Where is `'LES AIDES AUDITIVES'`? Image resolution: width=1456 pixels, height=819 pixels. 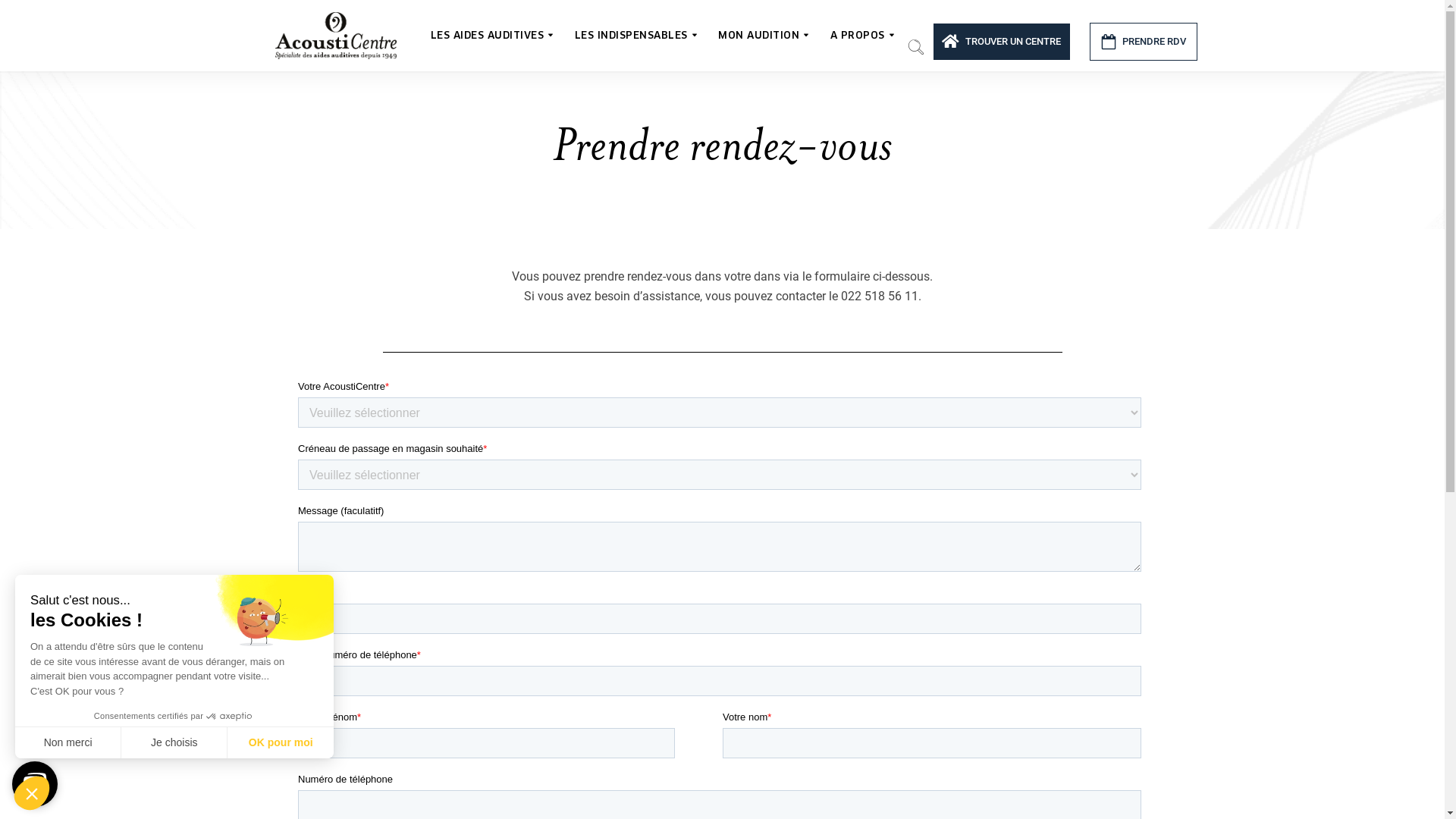
'LES AIDES AUDITIVES' is located at coordinates (425, 34).